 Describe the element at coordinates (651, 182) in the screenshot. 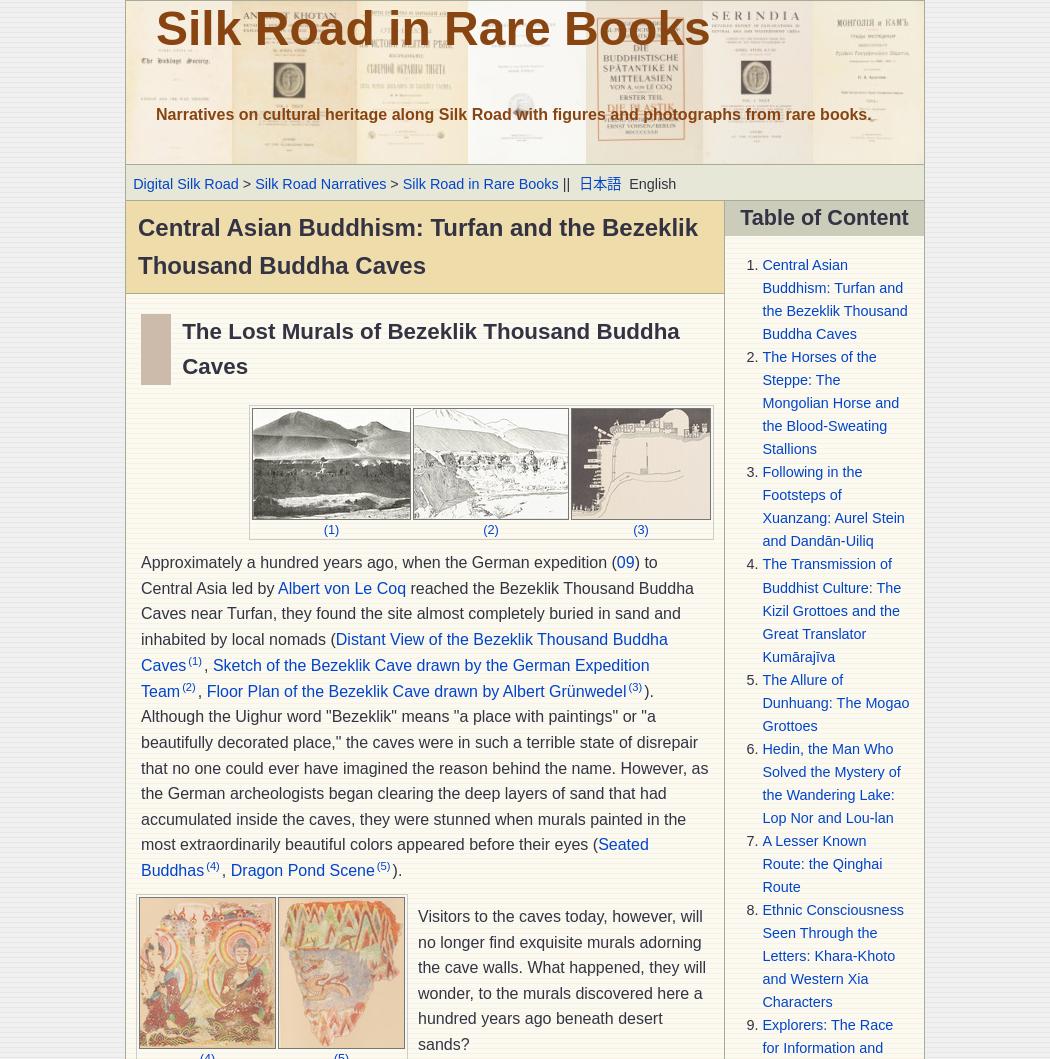

I see `'English'` at that location.